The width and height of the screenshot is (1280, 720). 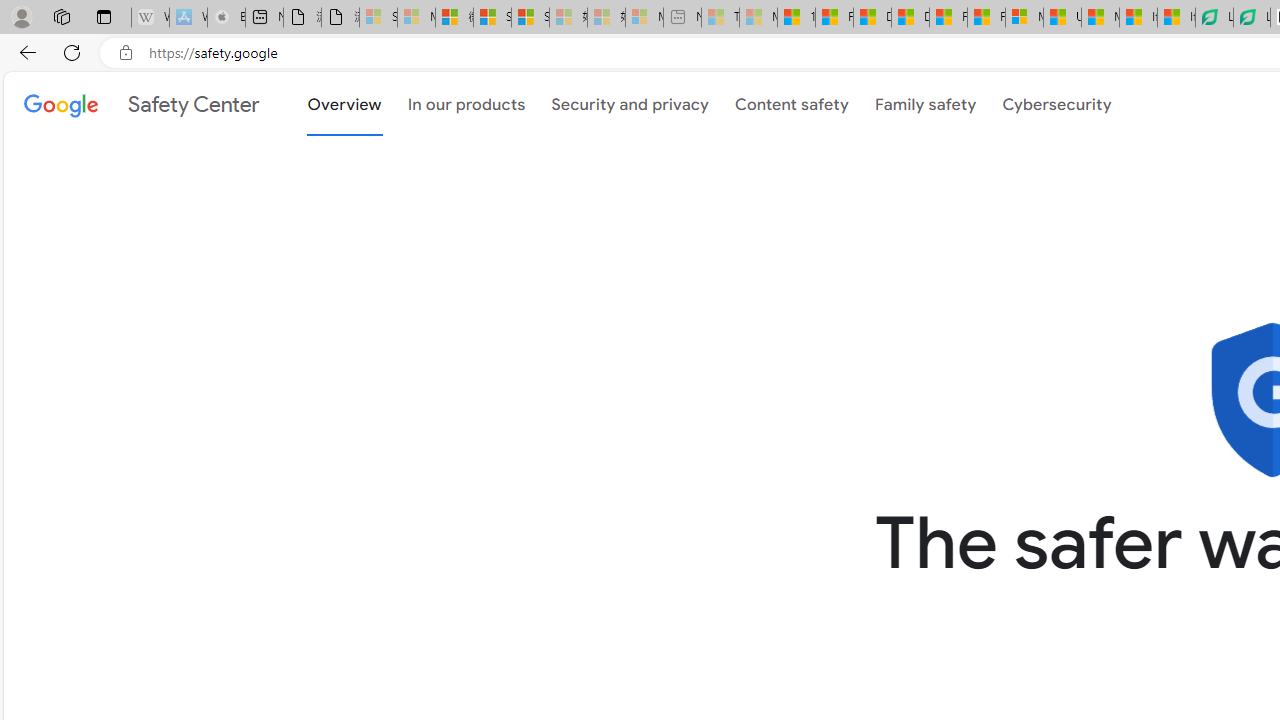 I want to click on 'Drinking tea every day is proven to delay biological aging', so click(x=909, y=17).